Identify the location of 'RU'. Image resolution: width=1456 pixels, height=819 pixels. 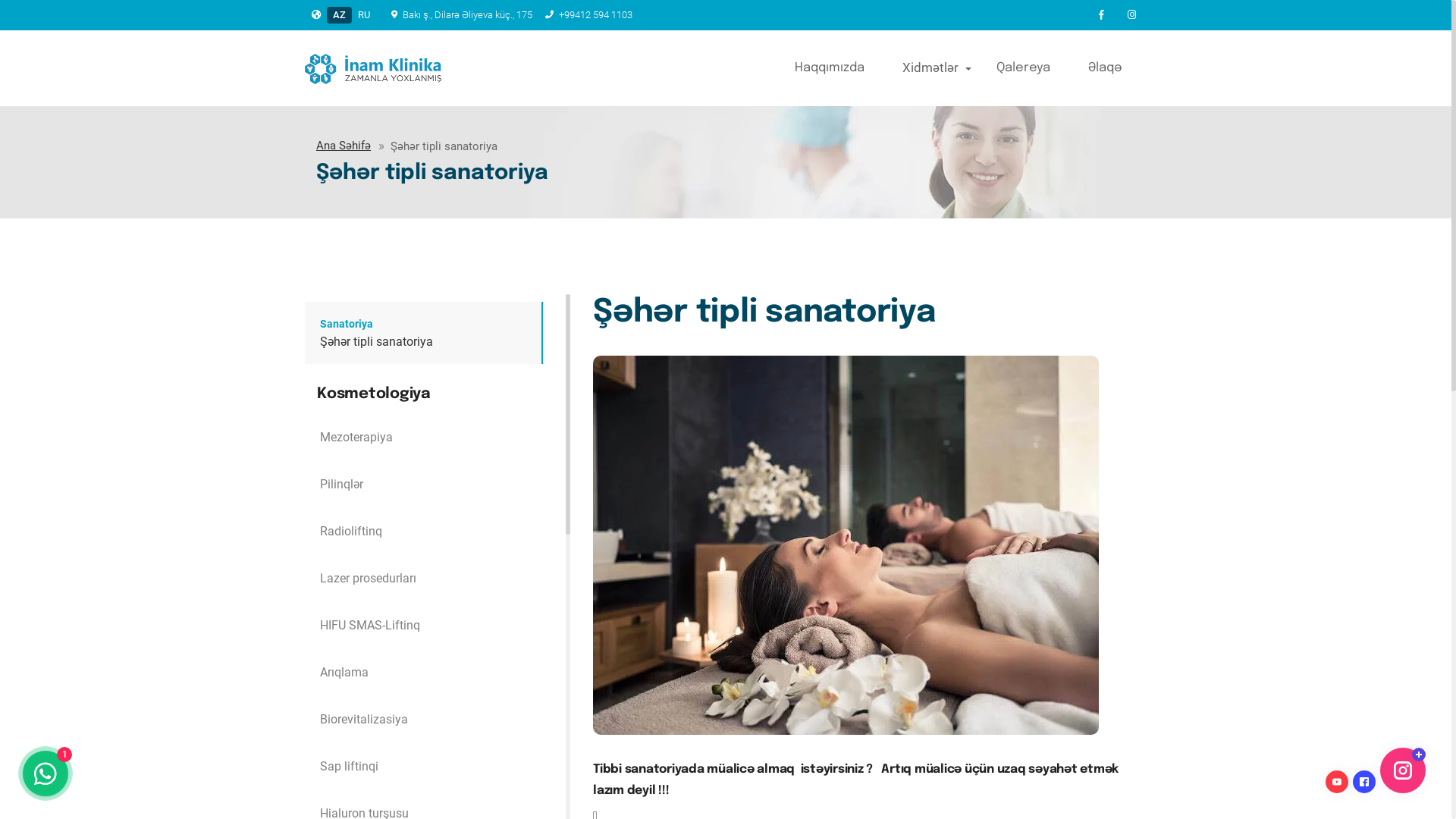
(364, 14).